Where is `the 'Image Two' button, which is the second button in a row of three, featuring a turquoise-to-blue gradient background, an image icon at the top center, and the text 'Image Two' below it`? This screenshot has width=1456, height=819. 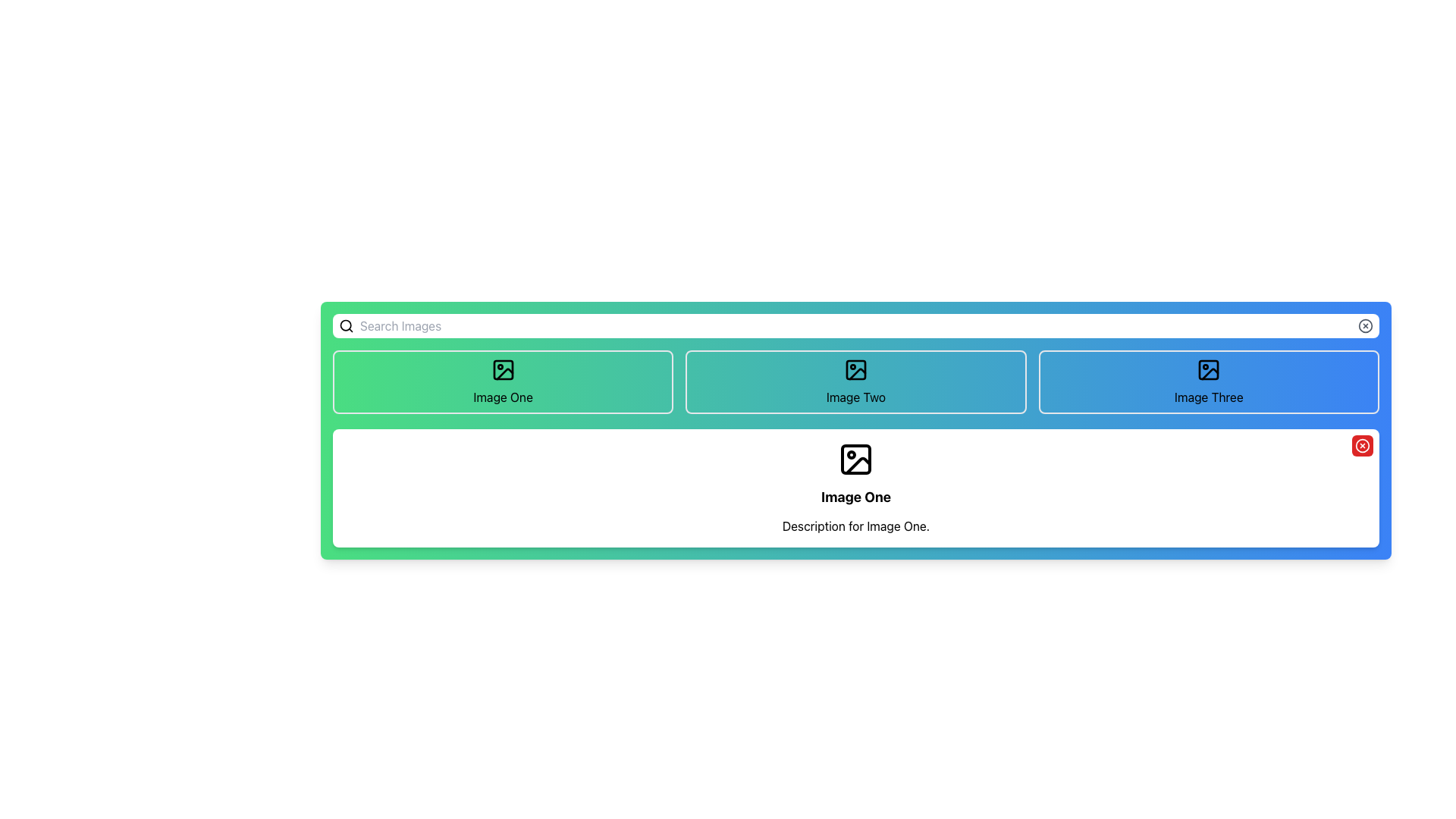
the 'Image Two' button, which is the second button in a row of three, featuring a turquoise-to-blue gradient background, an image icon at the top center, and the text 'Image Two' below it is located at coordinates (855, 381).